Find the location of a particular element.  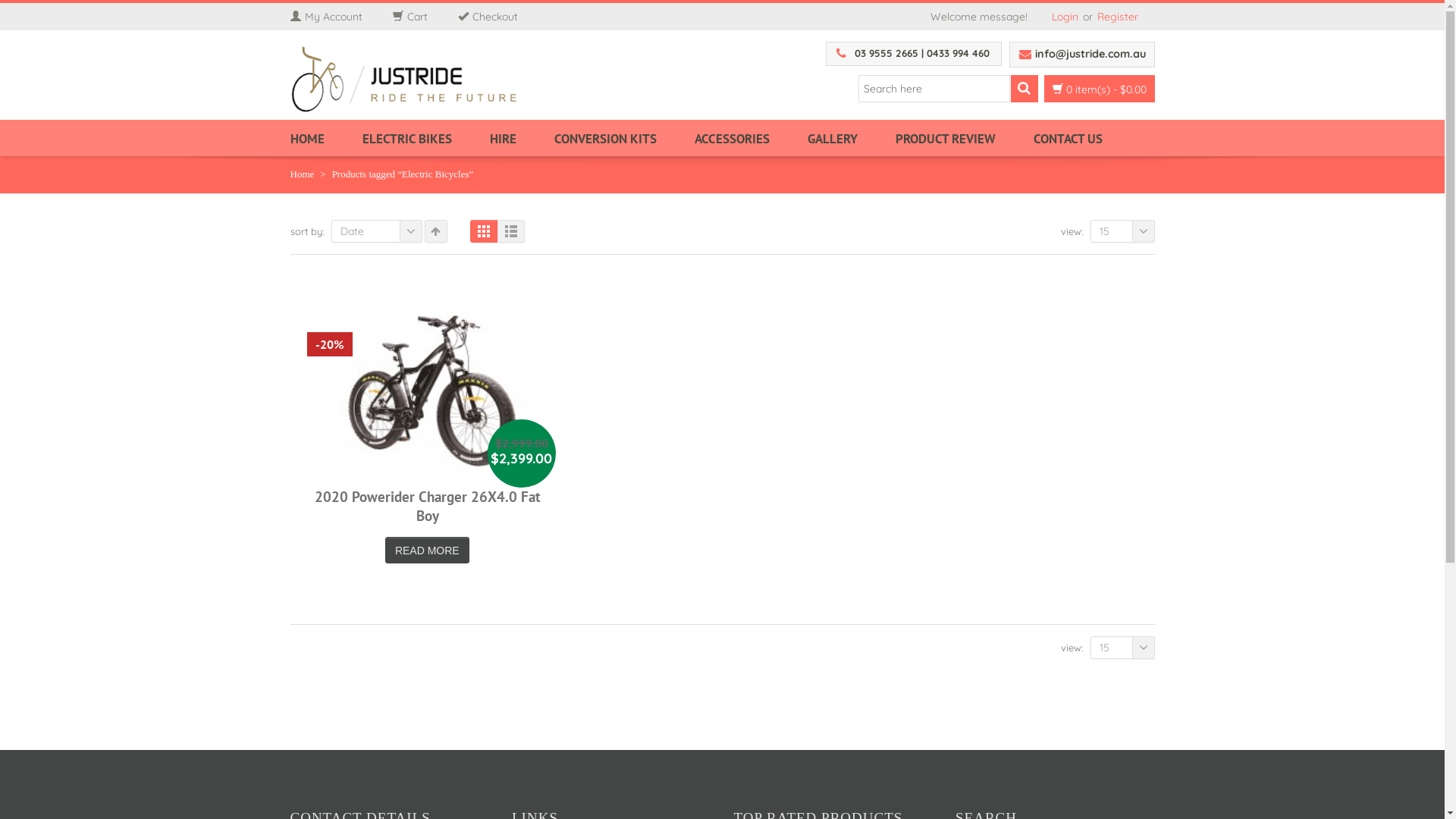

'Grid View' is located at coordinates (483, 231).